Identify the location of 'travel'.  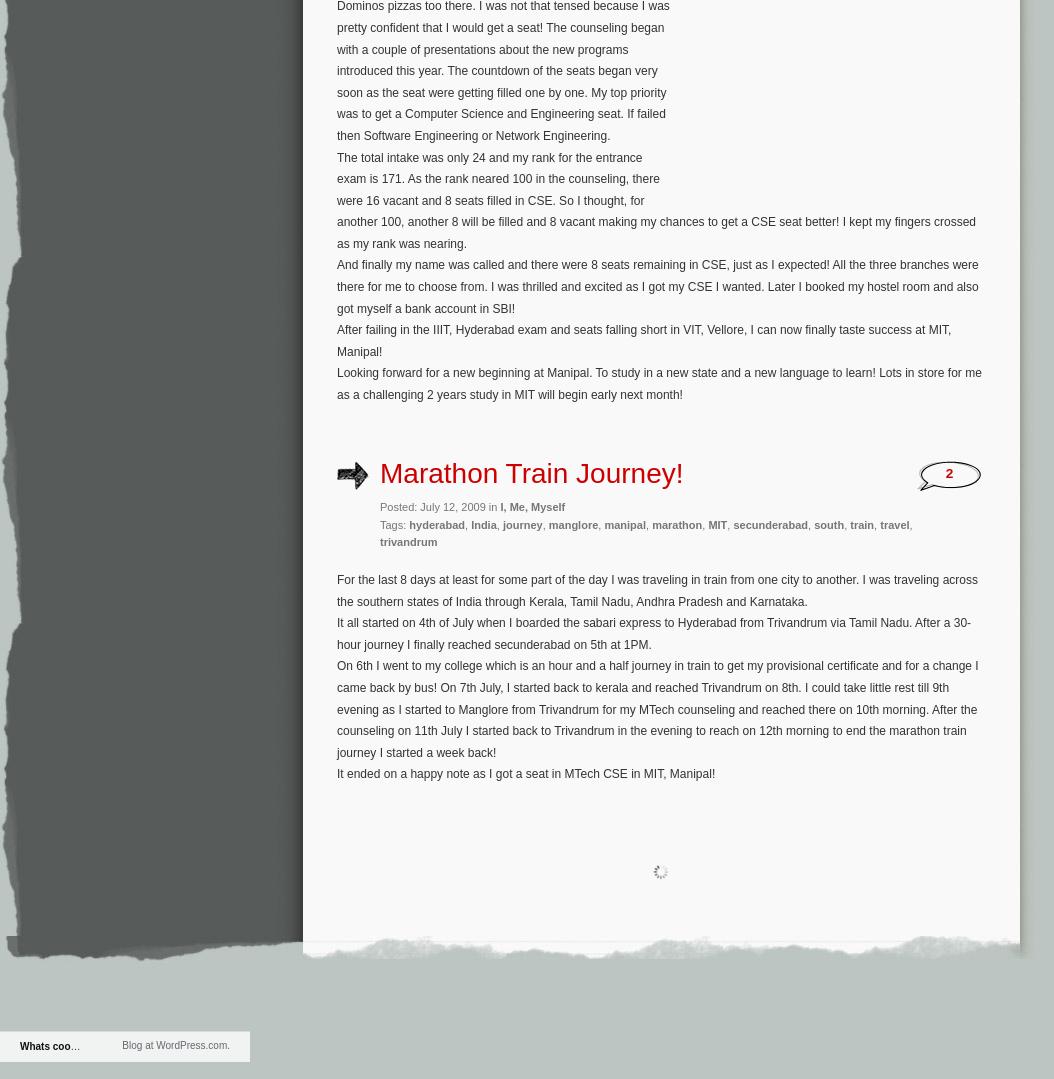
(894, 523).